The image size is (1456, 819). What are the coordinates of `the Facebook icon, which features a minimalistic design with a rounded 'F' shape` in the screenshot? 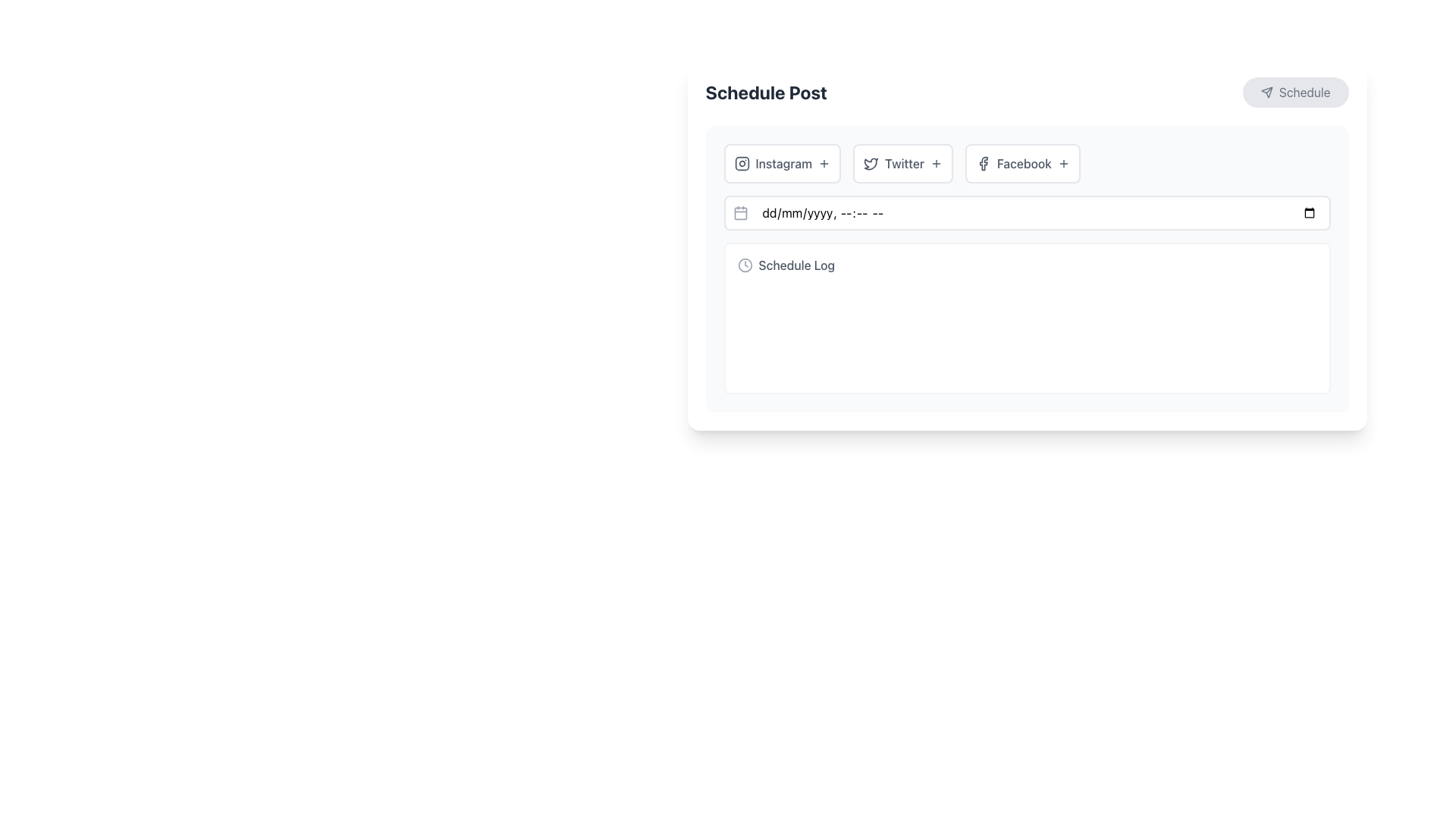 It's located at (983, 164).